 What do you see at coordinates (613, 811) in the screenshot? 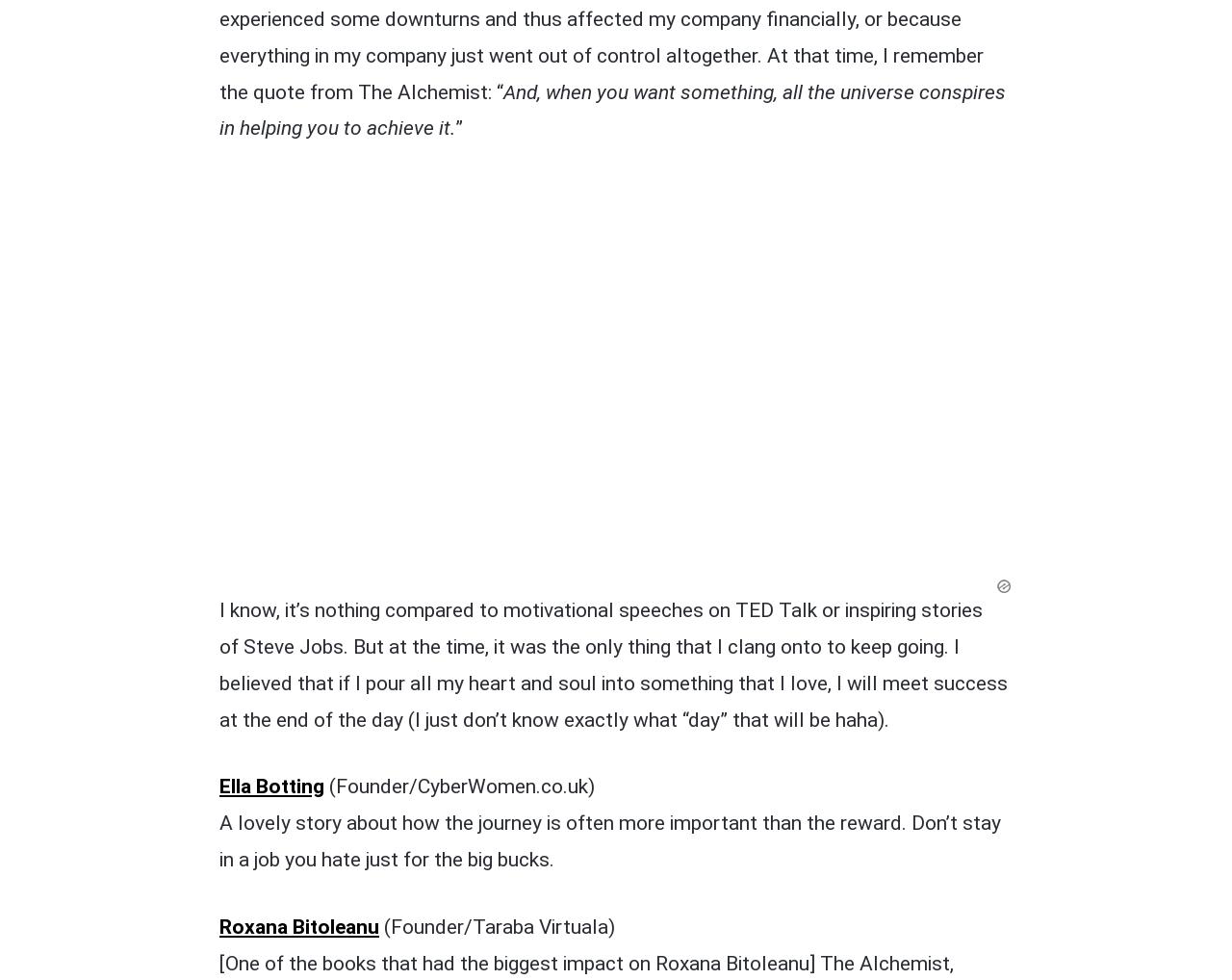
I see `'I see it as a spiritual guide, it helps me see things differently, with hindsight. What I like the most is that it reminds me that sometimes it’s better to listen to your heart rather than people telling you what you should do. And I think it’s really important, especially in this industry. A lot of people have something to say and advice to give, but in the end it’s different for everyone so it’s important to listen to your guts.
I listen to it on my phone, the narrators are really awesome in the French version. It relaxes me and it’s my n°1 technique to get to sleep.'` at bounding box center [613, 811].